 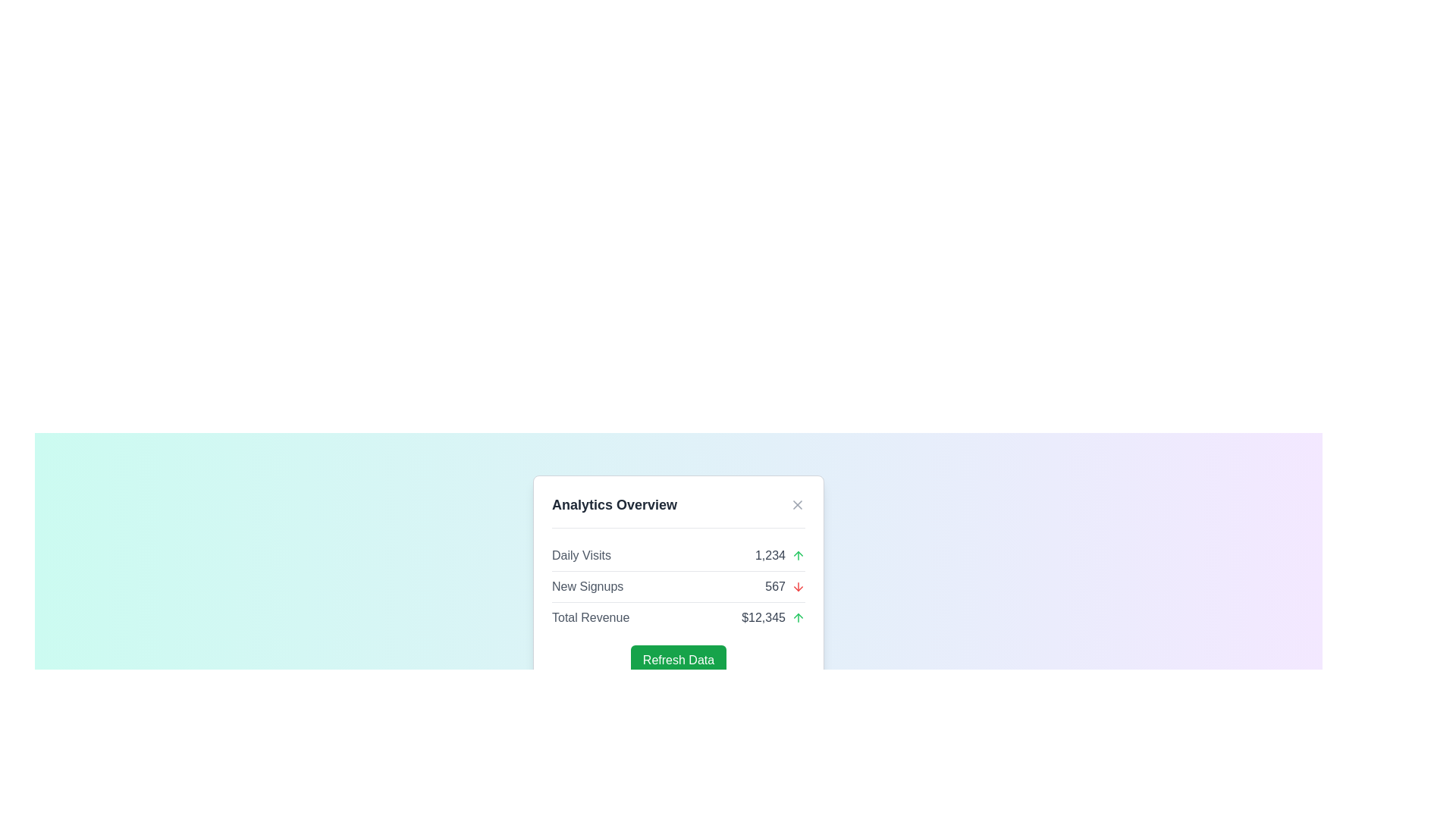 What do you see at coordinates (581, 555) in the screenshot?
I see `the Text label that indicates the statistic for 'Daily Visits 1,234', which is positioned on the left side of the numerical value '1,234'` at bounding box center [581, 555].